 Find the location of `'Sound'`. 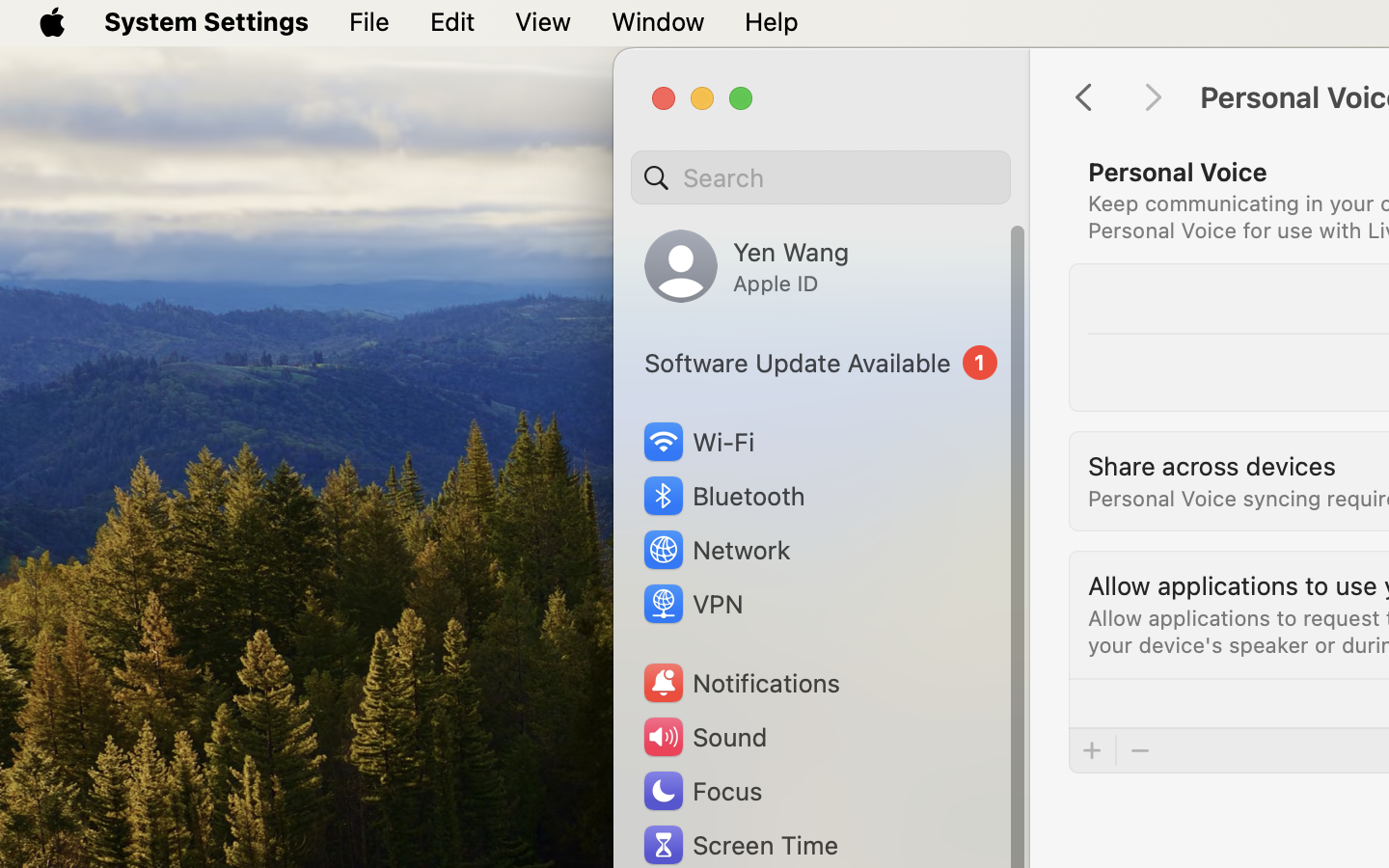

'Sound' is located at coordinates (702, 736).